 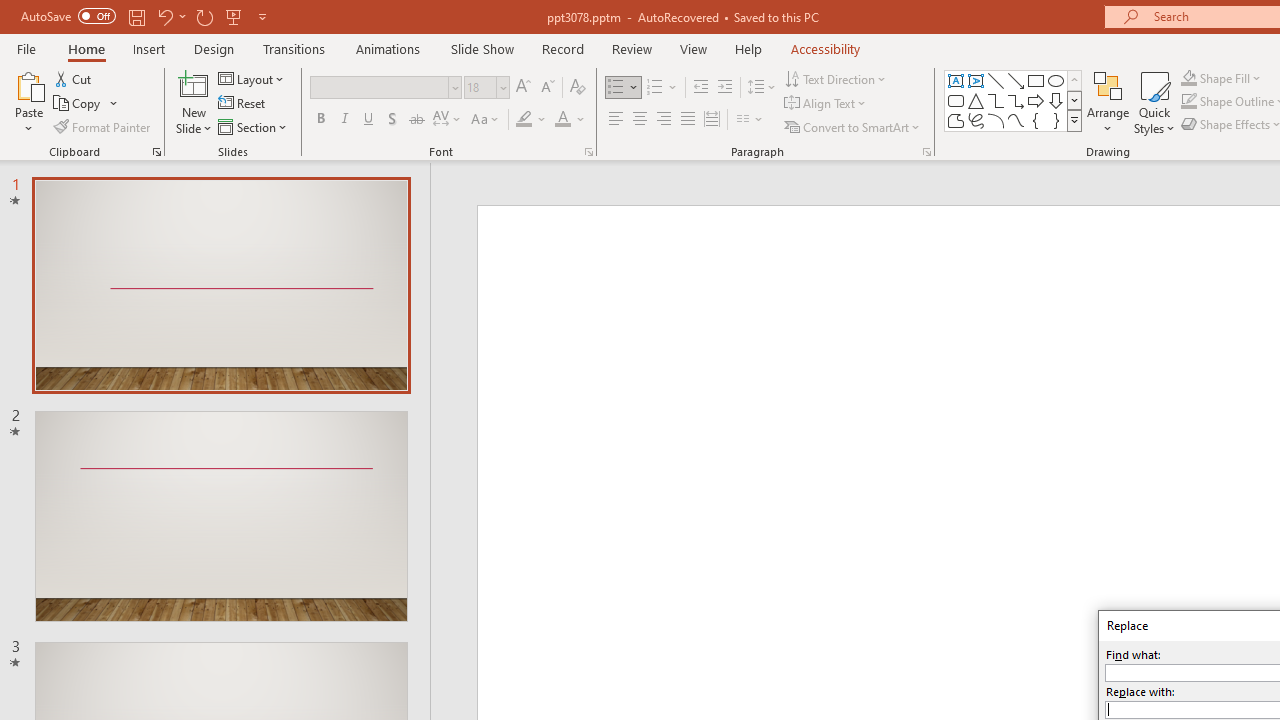 I want to click on 'Strikethrough', so click(x=415, y=119).